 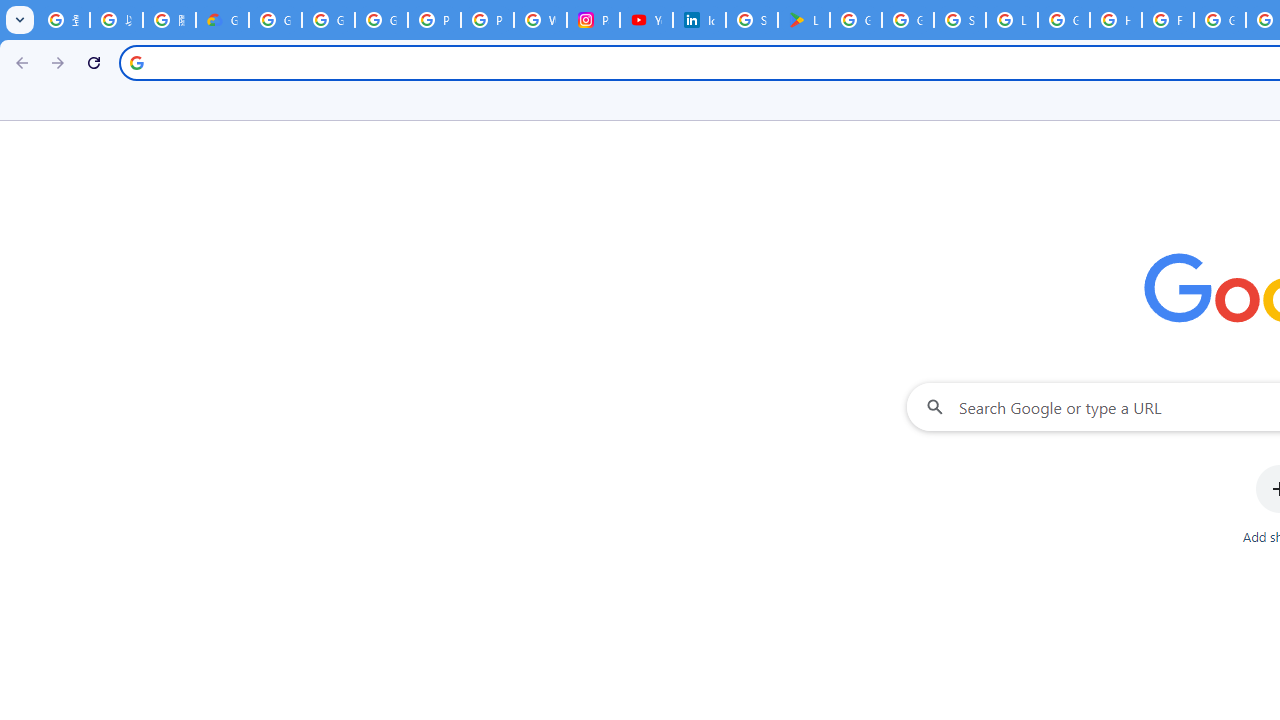 I want to click on 'Google Workspace - Specific Terms', so click(x=907, y=20).